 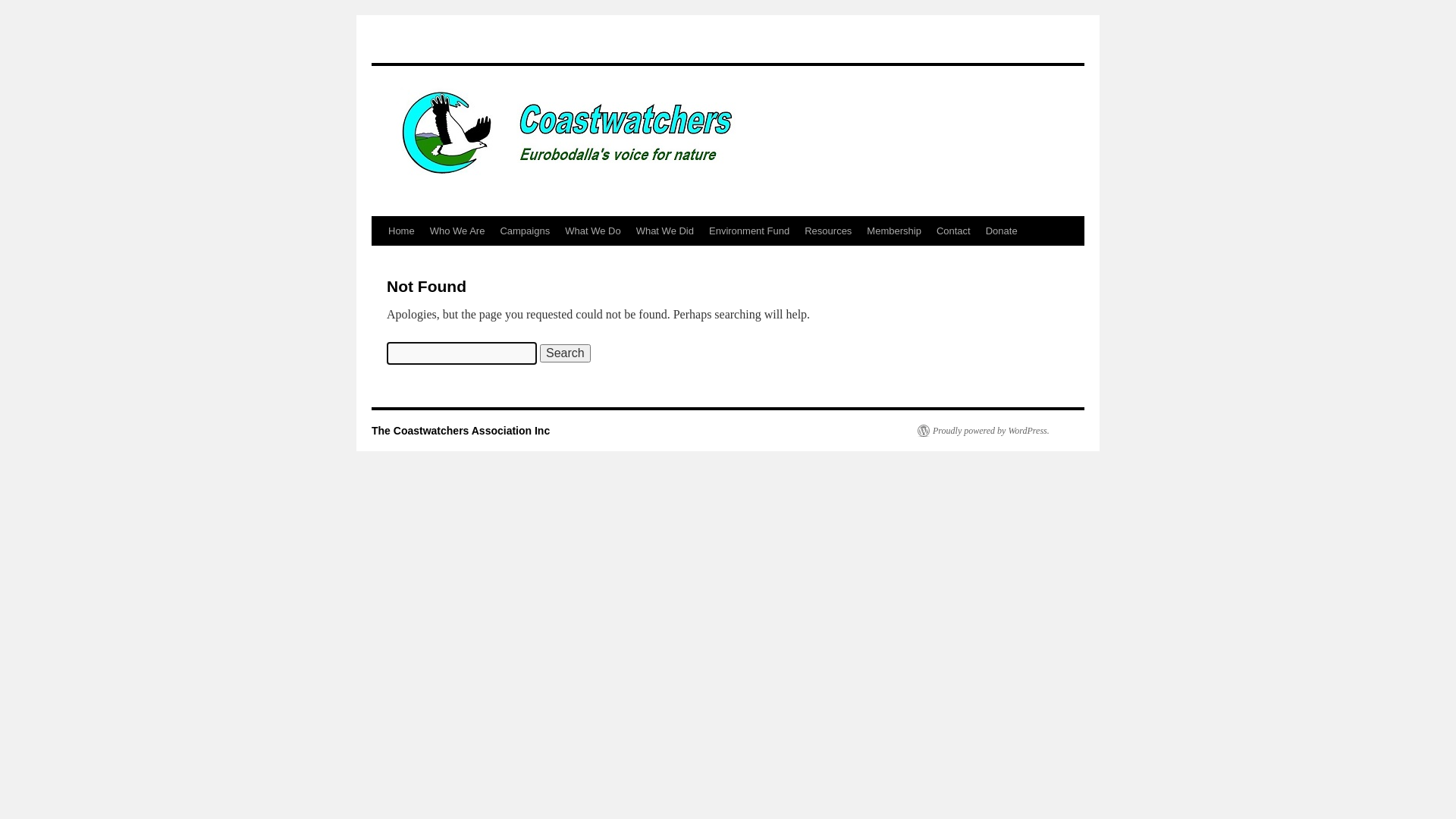 What do you see at coordinates (524, 231) in the screenshot?
I see `'Campaigns'` at bounding box center [524, 231].